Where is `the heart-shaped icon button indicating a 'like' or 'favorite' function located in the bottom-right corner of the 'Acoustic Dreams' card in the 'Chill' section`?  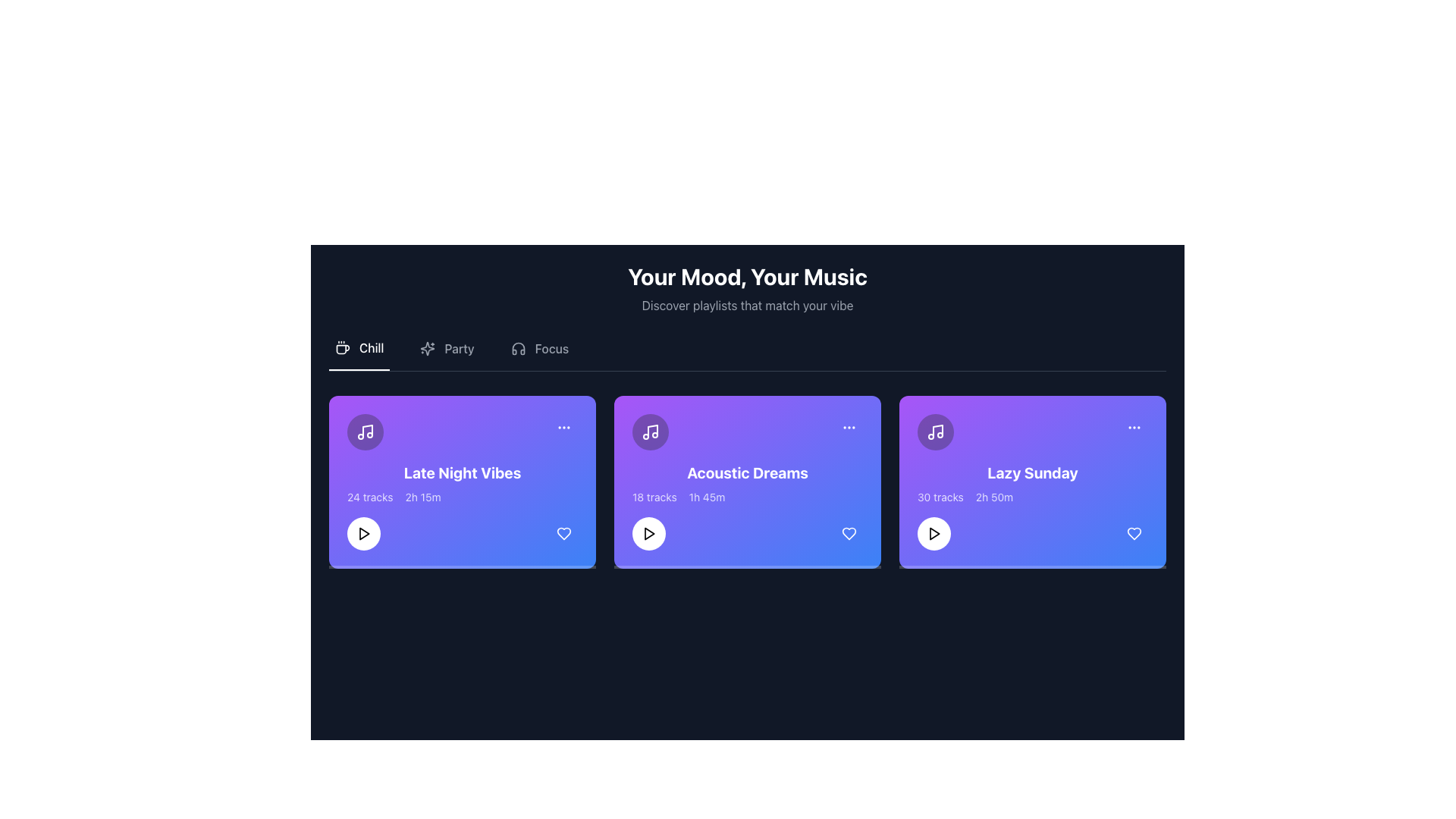 the heart-shaped icon button indicating a 'like' or 'favorite' function located in the bottom-right corner of the 'Acoustic Dreams' card in the 'Chill' section is located at coordinates (848, 533).